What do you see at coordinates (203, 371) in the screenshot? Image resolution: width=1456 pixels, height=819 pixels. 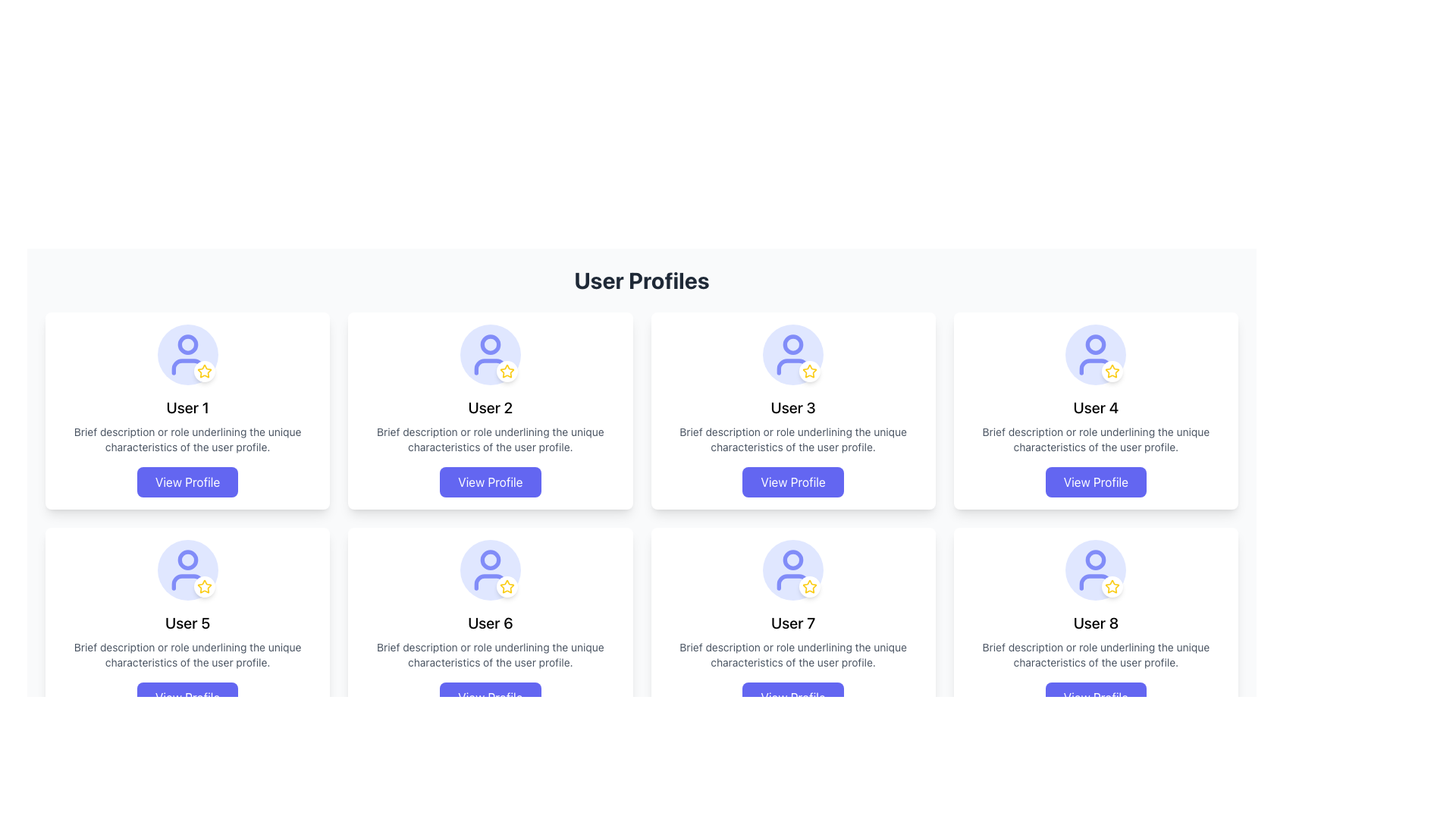 I see `the star icon located in the bottom-right corner of 'User 1's user card to mark it as favorite` at bounding box center [203, 371].